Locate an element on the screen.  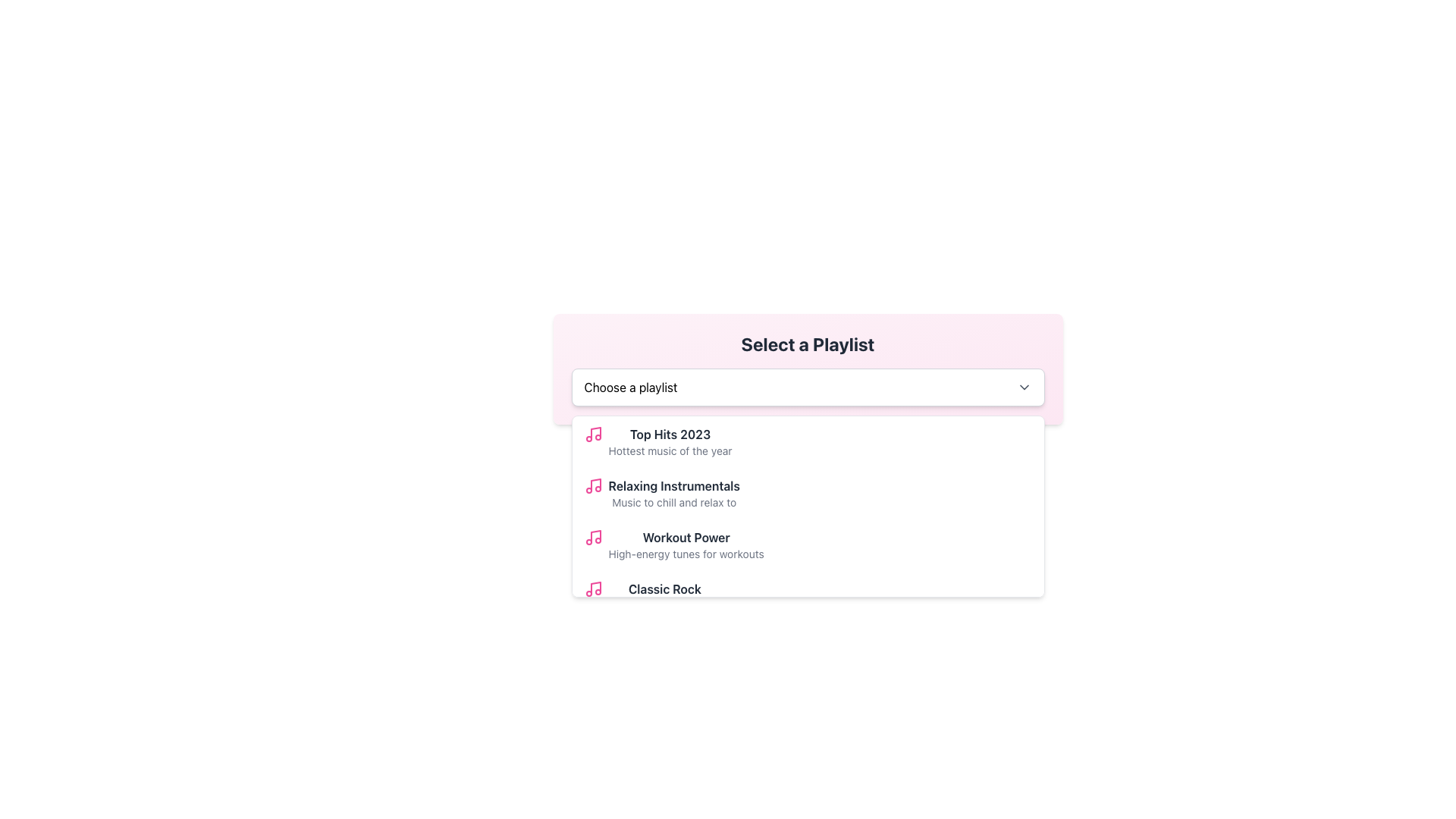
the downward-pointing chevron icon that indicates a dropdown menu, located to the far right of the 'Choose a playlist' text is located at coordinates (1024, 386).